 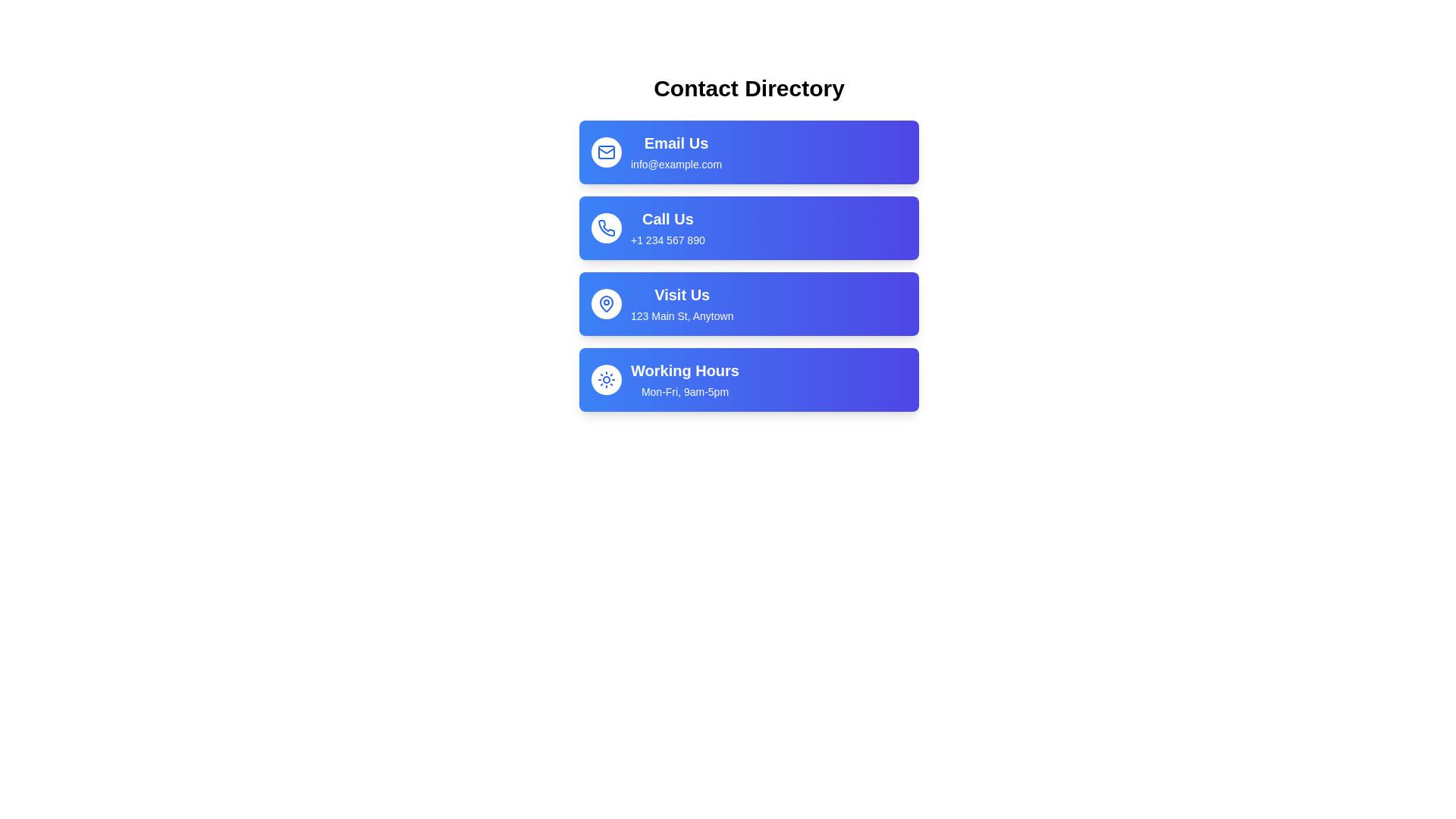 I want to click on the circular Icon Button with a sun-shaped blue icon located in the top left corner of the 'Working Hours' card in the contact directory interface, so click(x=607, y=379).